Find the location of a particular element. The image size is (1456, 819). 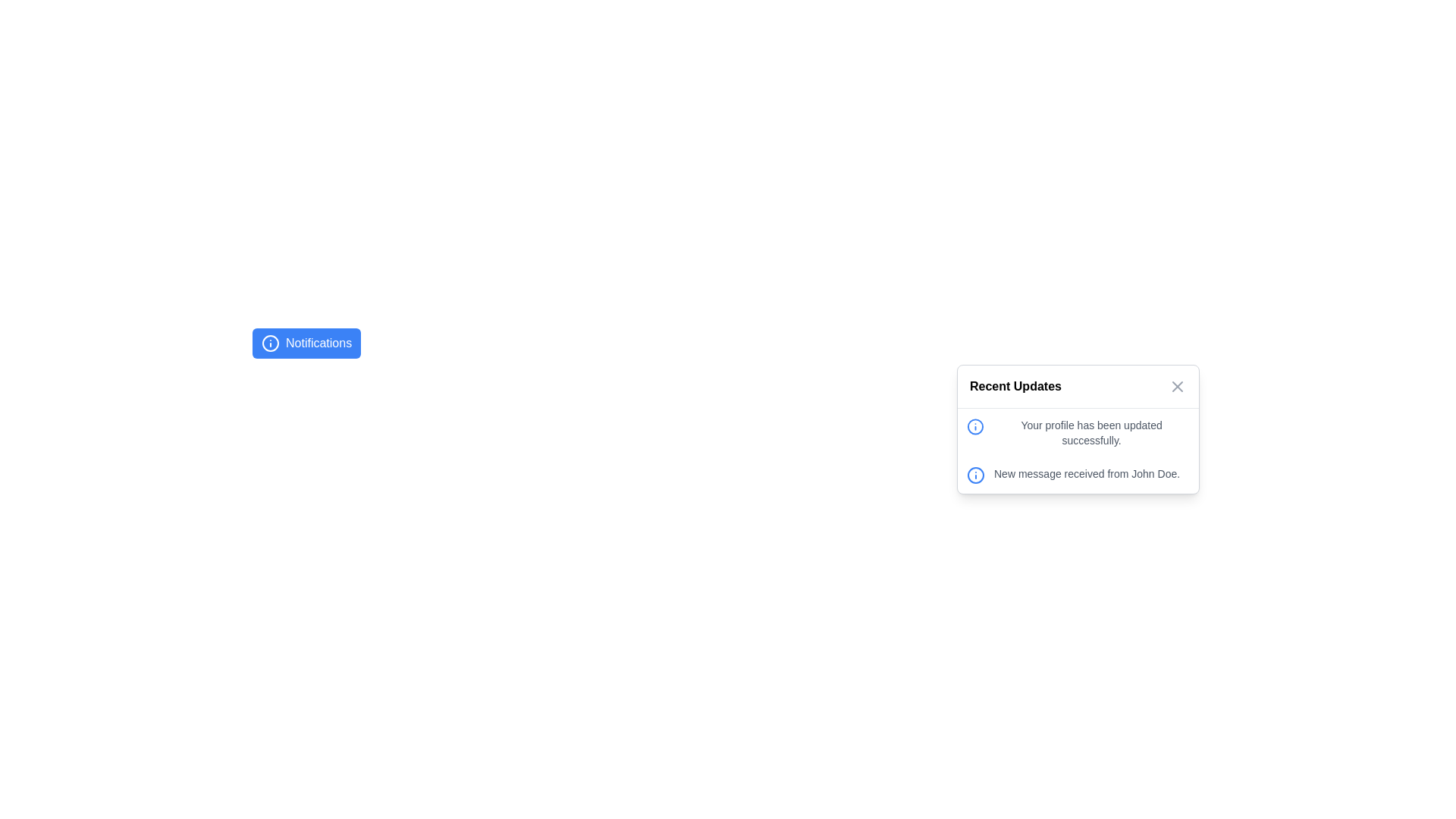

the informational icon, which is a small circular SVG graphic with a blue stroke and two interior marks, located to the left of the text 'Your profile has been updated successfully' in the notification area is located at coordinates (975, 427).